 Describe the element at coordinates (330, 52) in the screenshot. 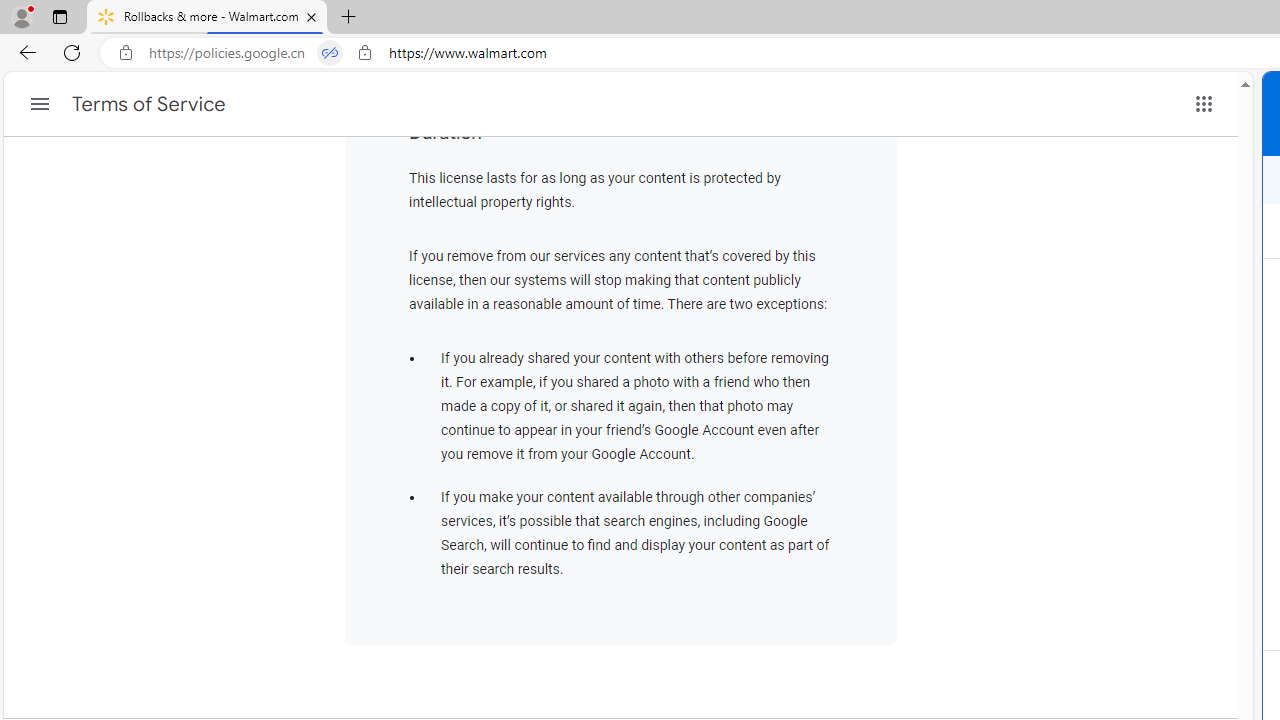

I see `'Tabs in split screen'` at that location.